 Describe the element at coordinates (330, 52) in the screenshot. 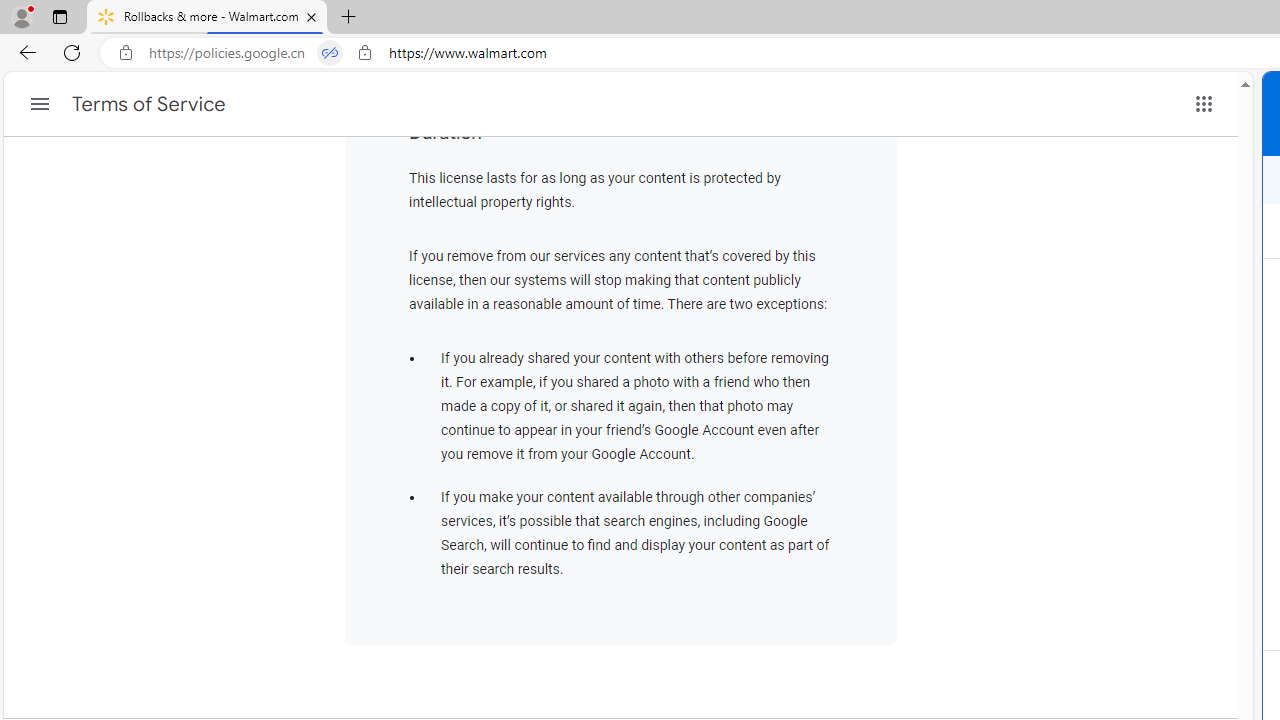

I see `'Tabs in split screen'` at that location.